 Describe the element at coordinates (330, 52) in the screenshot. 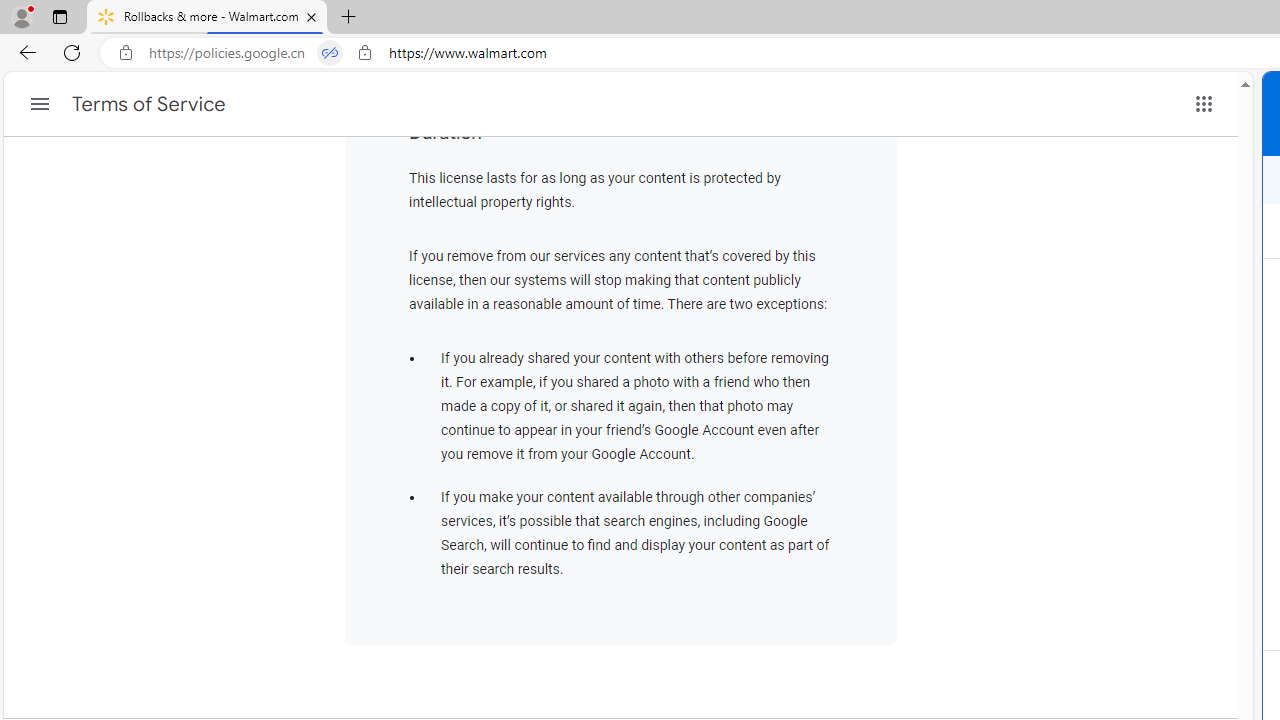

I see `'Tabs in split screen'` at that location.